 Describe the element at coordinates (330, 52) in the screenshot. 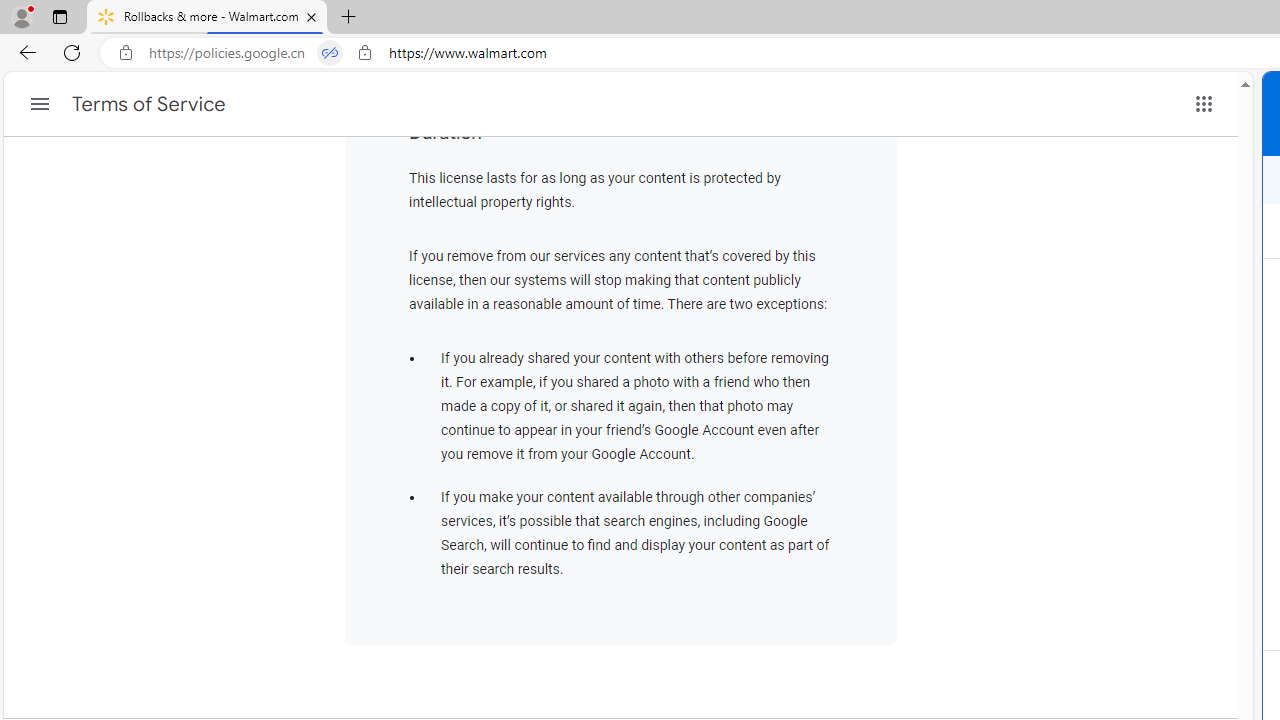

I see `'Tabs in split screen'` at that location.